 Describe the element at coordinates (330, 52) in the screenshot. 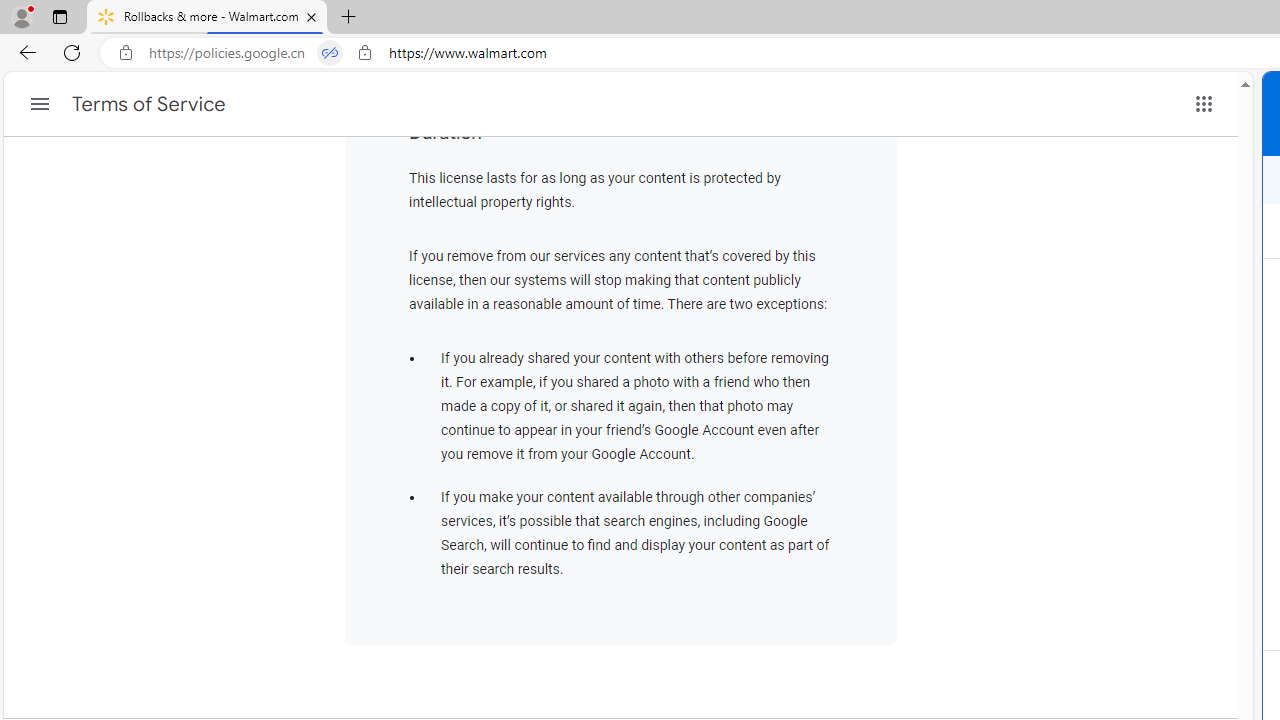

I see `'Tabs in split screen'` at that location.